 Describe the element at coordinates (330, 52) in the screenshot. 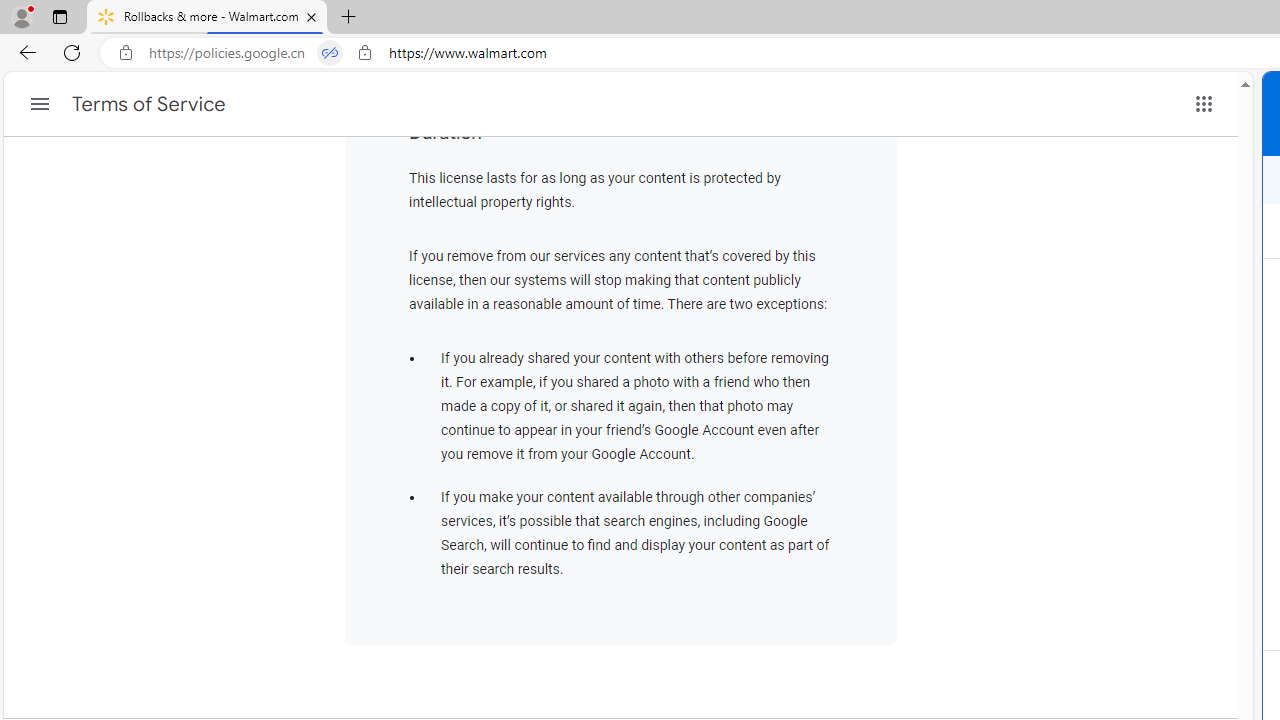

I see `'Tabs in split screen'` at that location.